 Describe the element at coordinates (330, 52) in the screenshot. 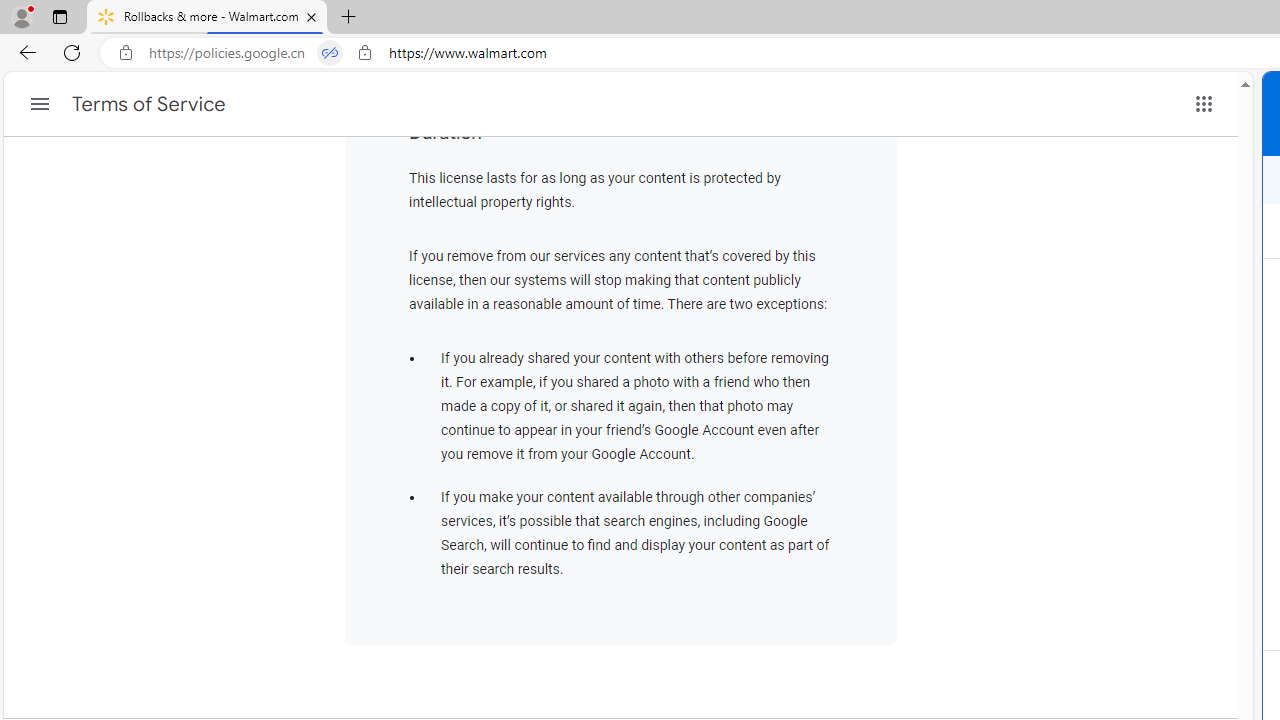

I see `'Tabs in split screen'` at that location.